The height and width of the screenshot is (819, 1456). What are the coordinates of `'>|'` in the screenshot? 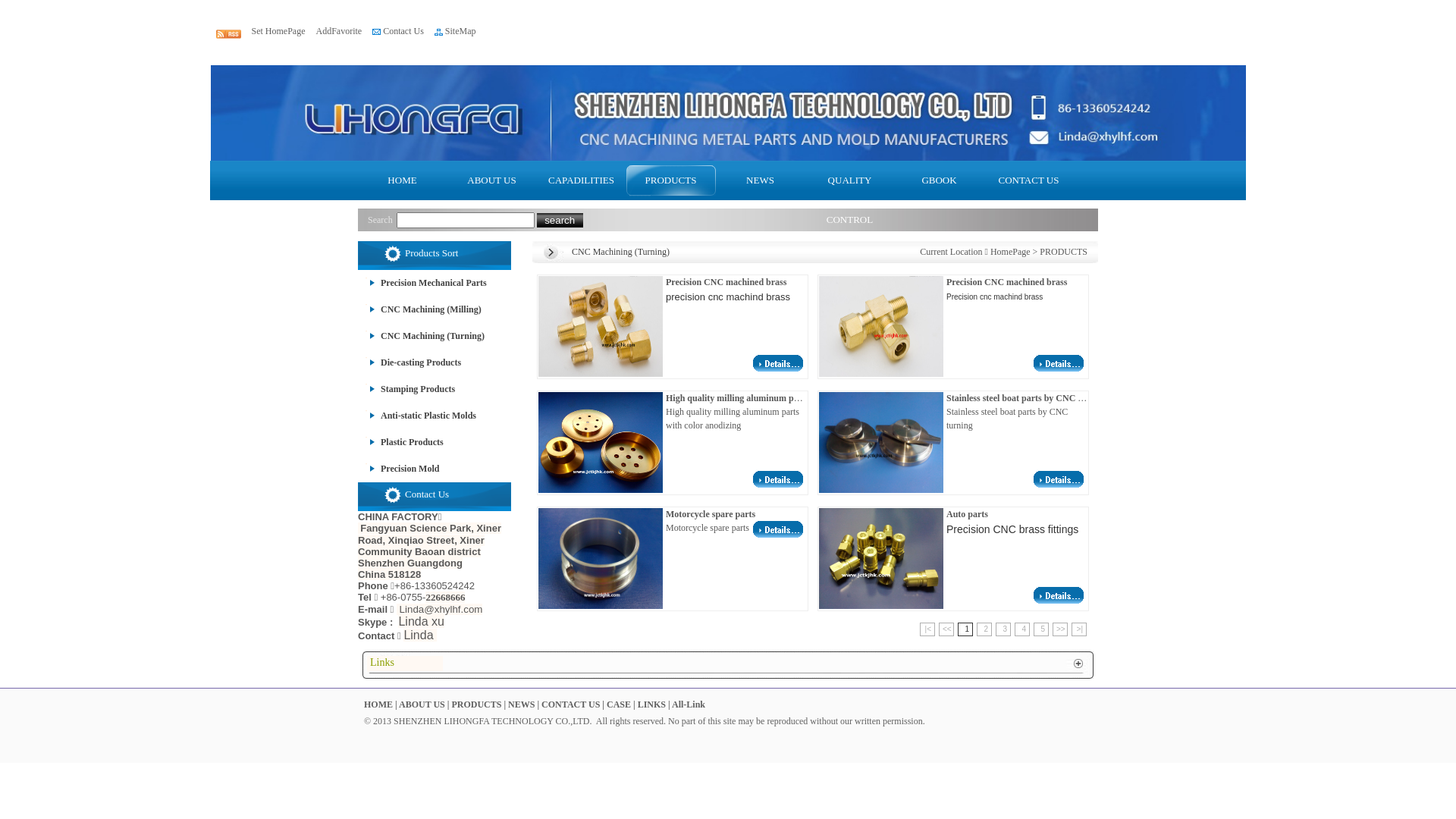 It's located at (1078, 629).